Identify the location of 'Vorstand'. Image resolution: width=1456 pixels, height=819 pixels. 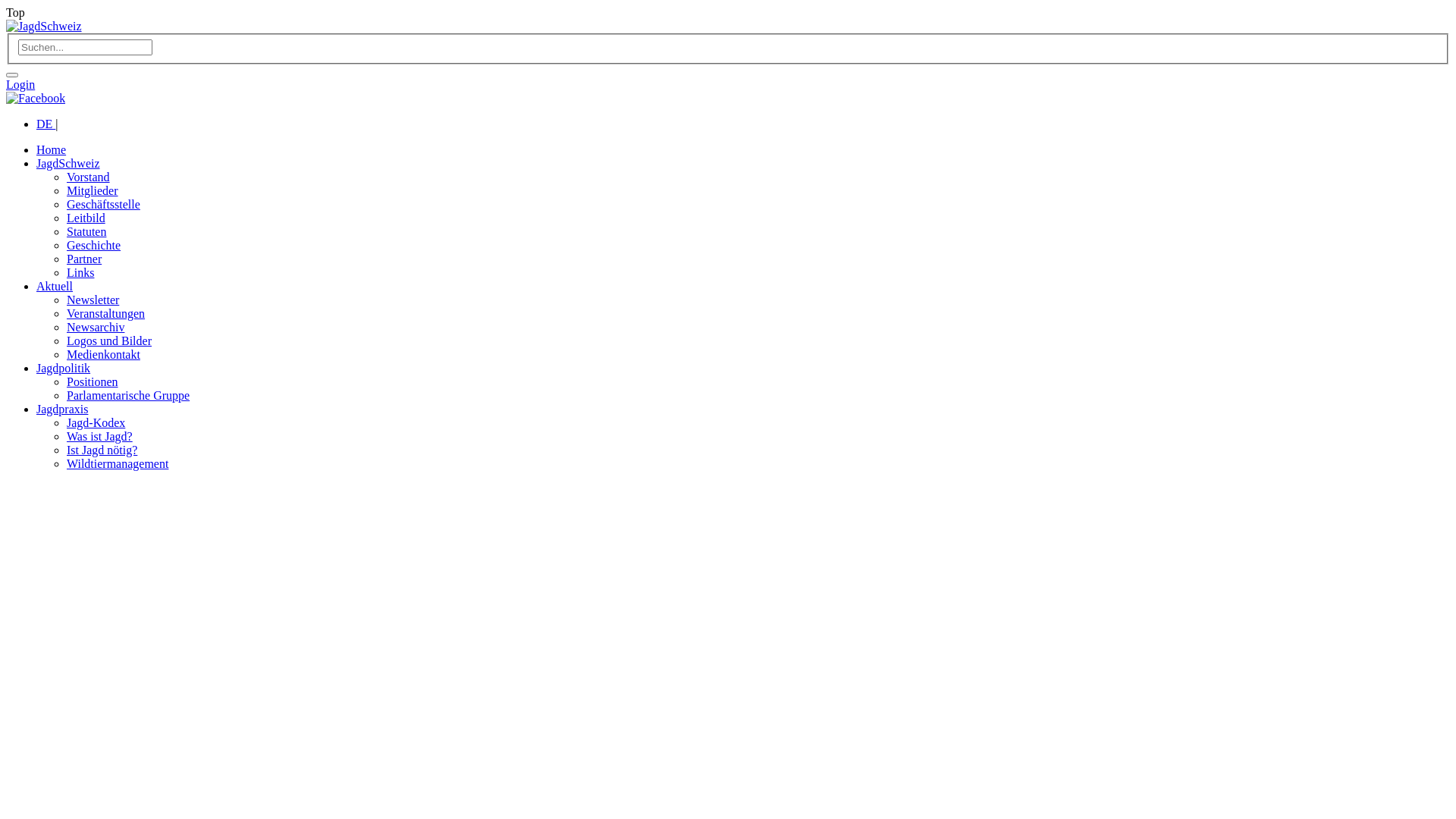
(87, 176).